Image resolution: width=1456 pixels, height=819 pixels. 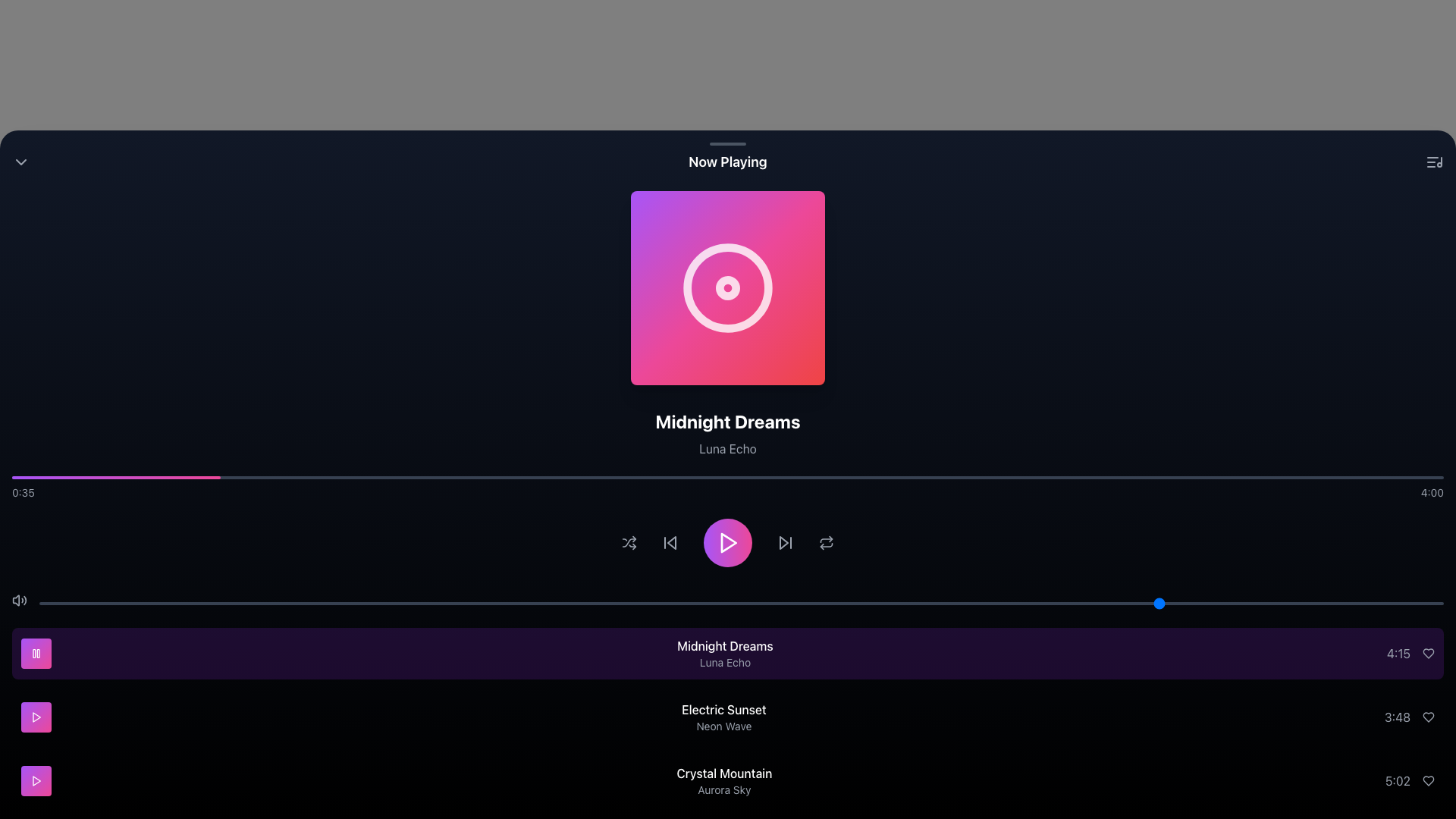 I want to click on the list item titled 'Crystal Mountain' with the subtitle 'Aurora Sky' and duration '5:02', so click(x=728, y=780).